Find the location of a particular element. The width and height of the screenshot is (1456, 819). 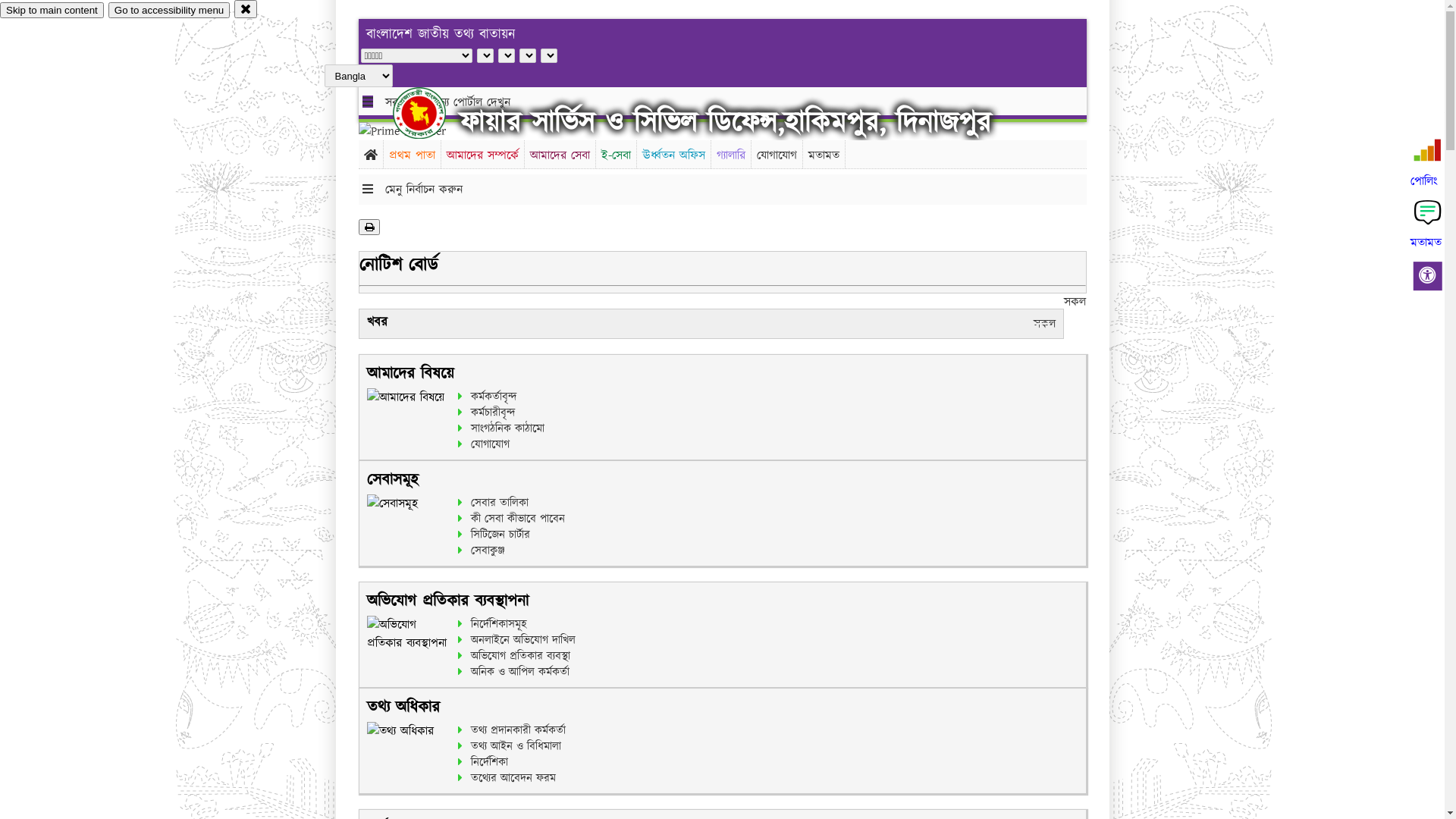

'Go to accessibility menu' is located at coordinates (168, 10).